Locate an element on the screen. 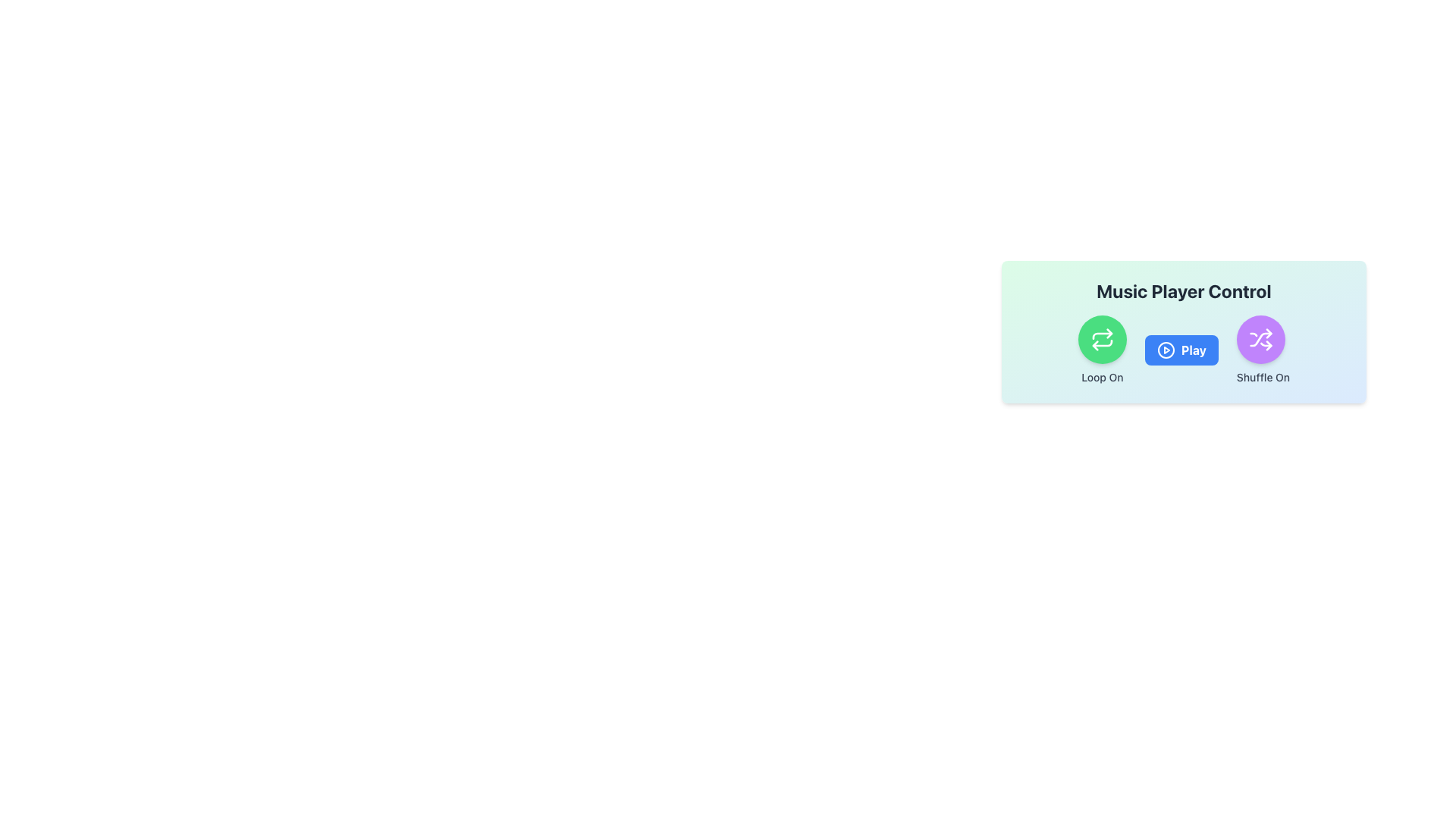  the central 'Play' button is located at coordinates (1183, 331).